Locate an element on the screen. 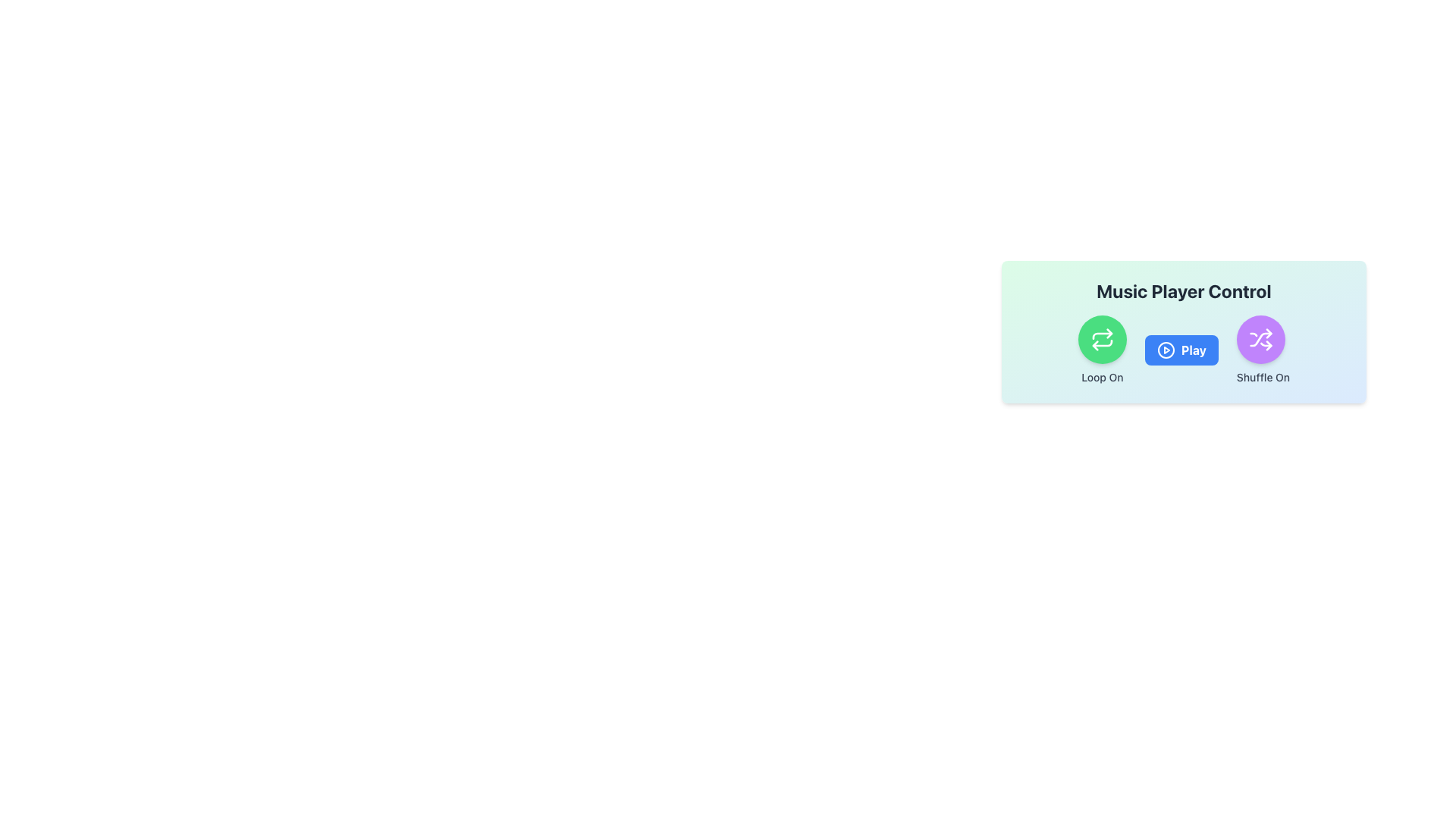  the central 'Play' button is located at coordinates (1183, 331).